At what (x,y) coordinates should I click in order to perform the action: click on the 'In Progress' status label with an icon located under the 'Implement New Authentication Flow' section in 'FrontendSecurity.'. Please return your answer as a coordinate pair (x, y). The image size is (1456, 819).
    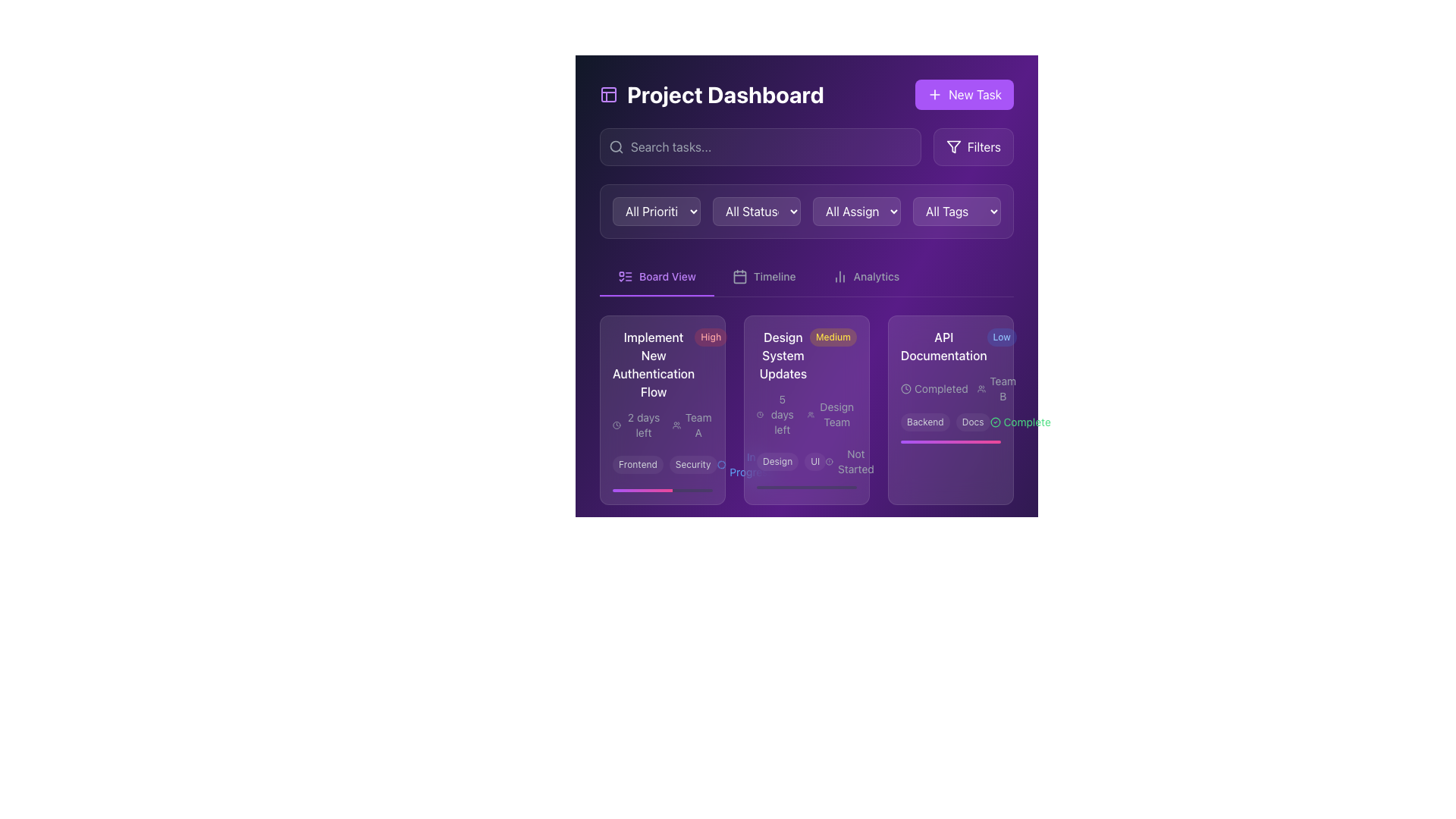
    Looking at the image, I should click on (745, 464).